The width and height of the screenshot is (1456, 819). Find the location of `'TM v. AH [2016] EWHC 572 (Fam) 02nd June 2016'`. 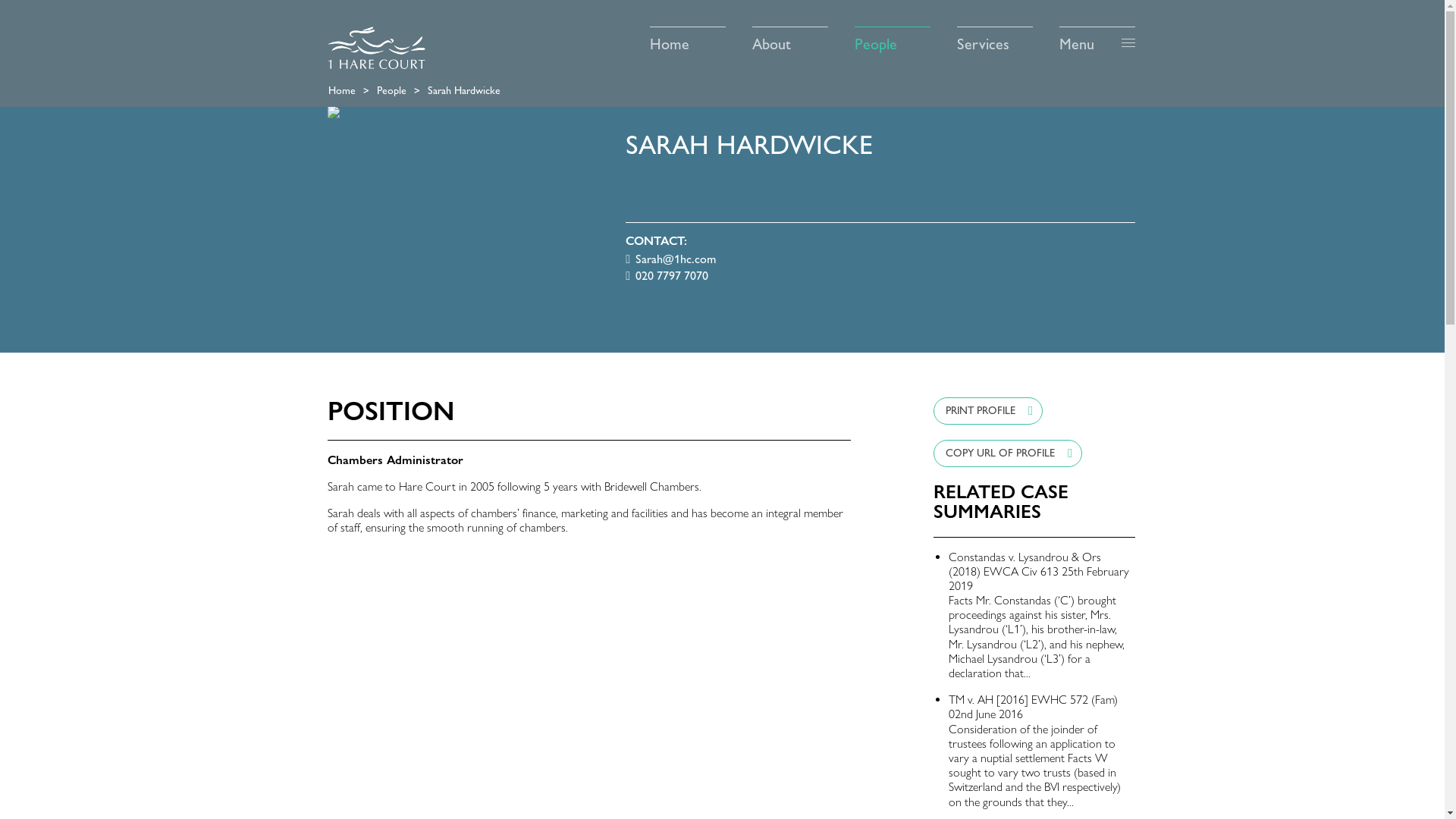

'TM v. AH [2016] EWHC 572 (Fam) 02nd June 2016' is located at coordinates (1032, 707).